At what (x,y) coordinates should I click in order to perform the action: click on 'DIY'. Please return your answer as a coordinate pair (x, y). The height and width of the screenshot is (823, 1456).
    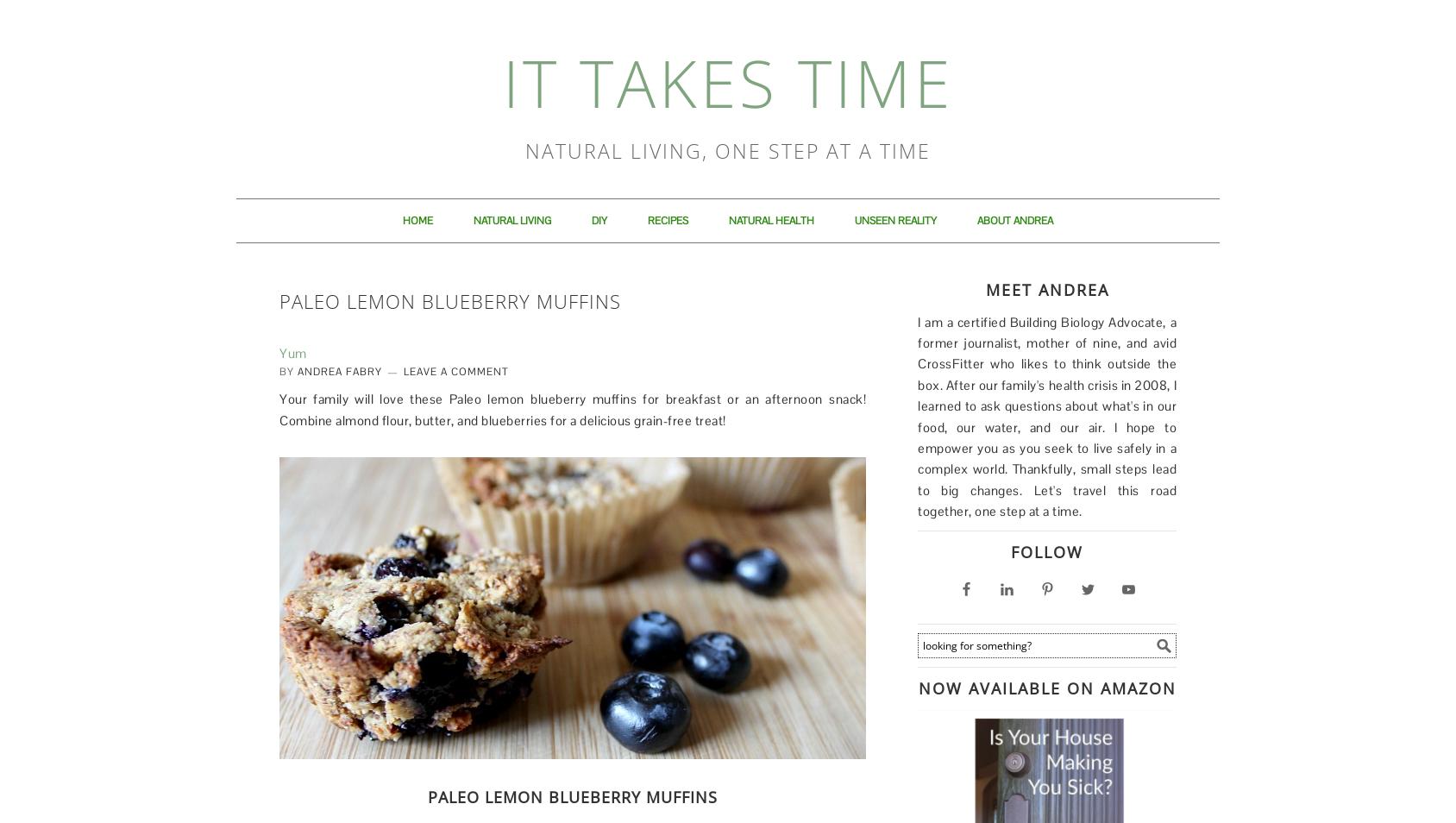
    Looking at the image, I should click on (598, 220).